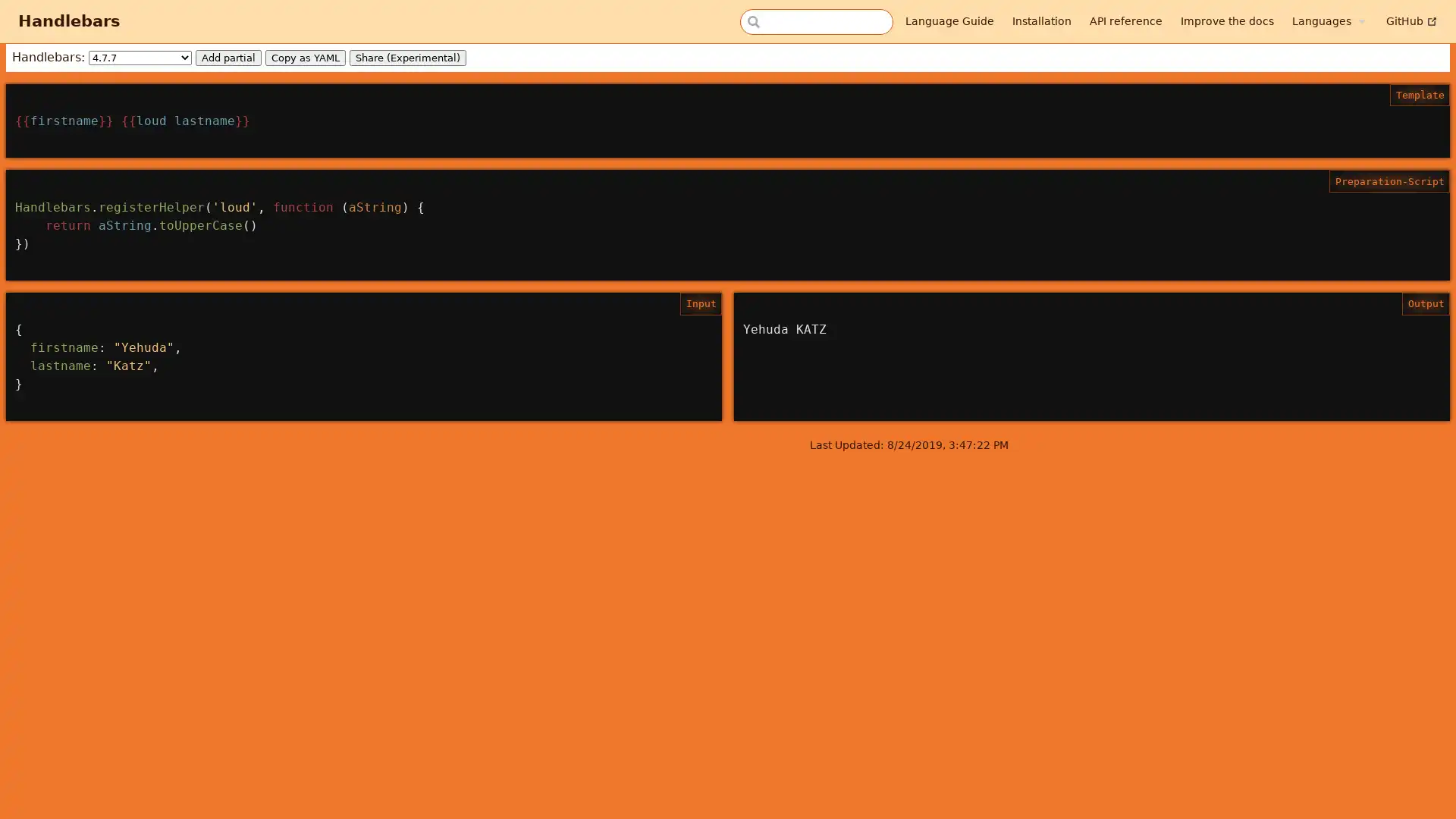 Image resolution: width=1456 pixels, height=819 pixels. Describe the element at coordinates (1327, 20) in the screenshot. I see `Languages` at that location.